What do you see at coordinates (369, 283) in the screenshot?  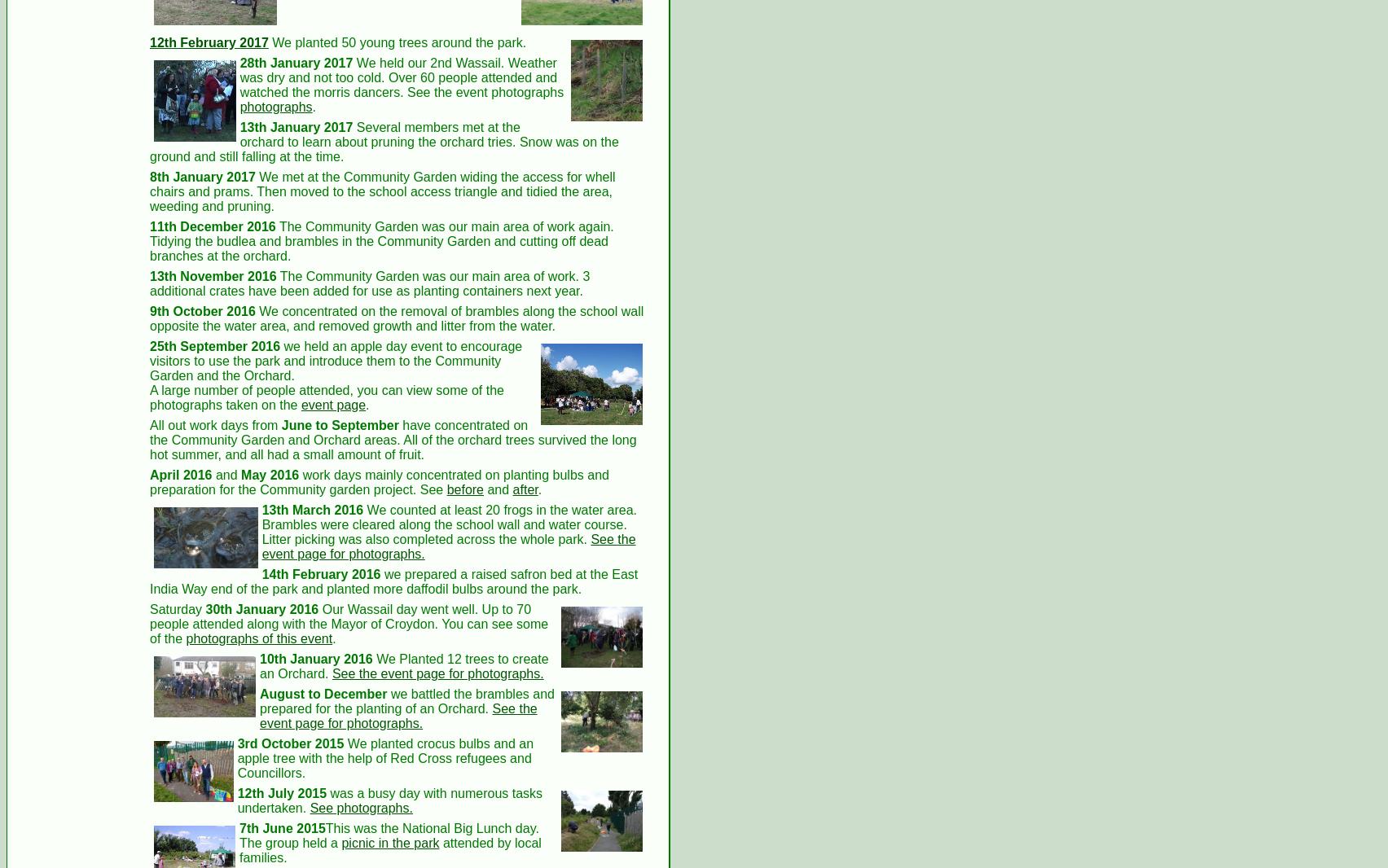 I see `'The Community Garden was our main area of work. 3 additional crates have been added for use as planting containers next year.'` at bounding box center [369, 283].